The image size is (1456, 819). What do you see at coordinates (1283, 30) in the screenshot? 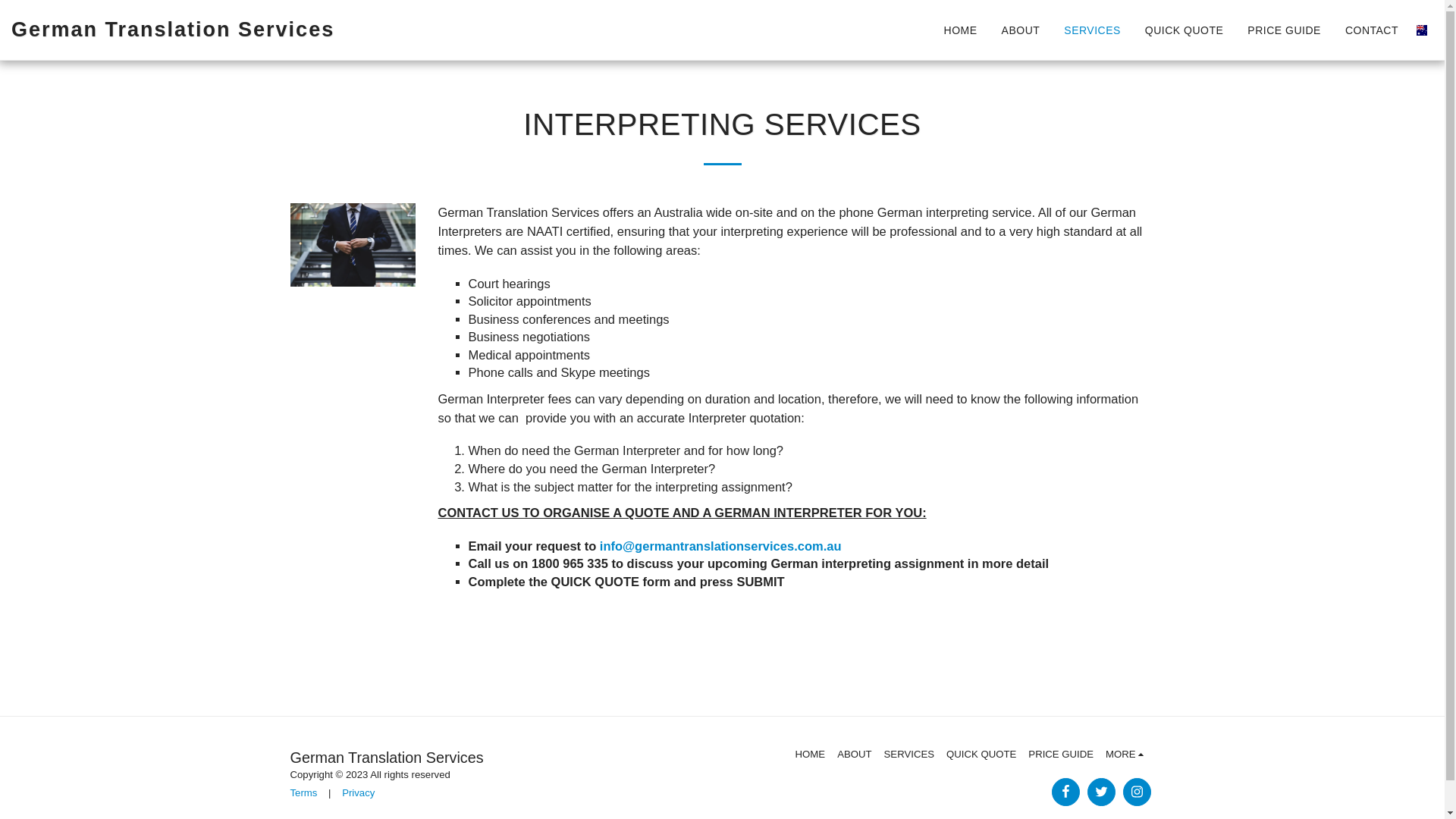
I see `'PRICE GUIDE'` at bounding box center [1283, 30].